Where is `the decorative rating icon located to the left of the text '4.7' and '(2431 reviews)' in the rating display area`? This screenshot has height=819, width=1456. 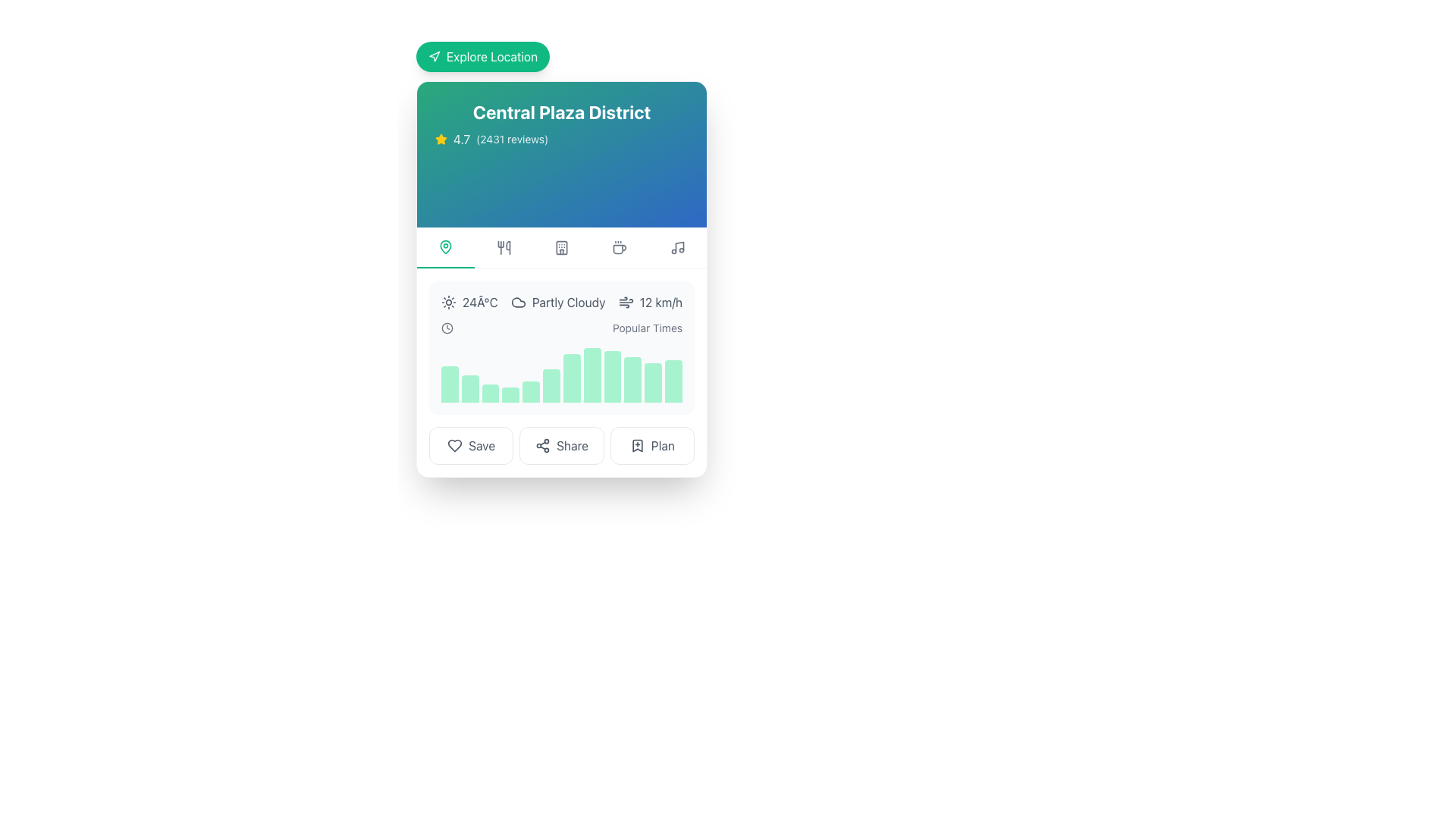 the decorative rating icon located to the left of the text '4.7' and '(2431 reviews)' in the rating display area is located at coordinates (440, 140).